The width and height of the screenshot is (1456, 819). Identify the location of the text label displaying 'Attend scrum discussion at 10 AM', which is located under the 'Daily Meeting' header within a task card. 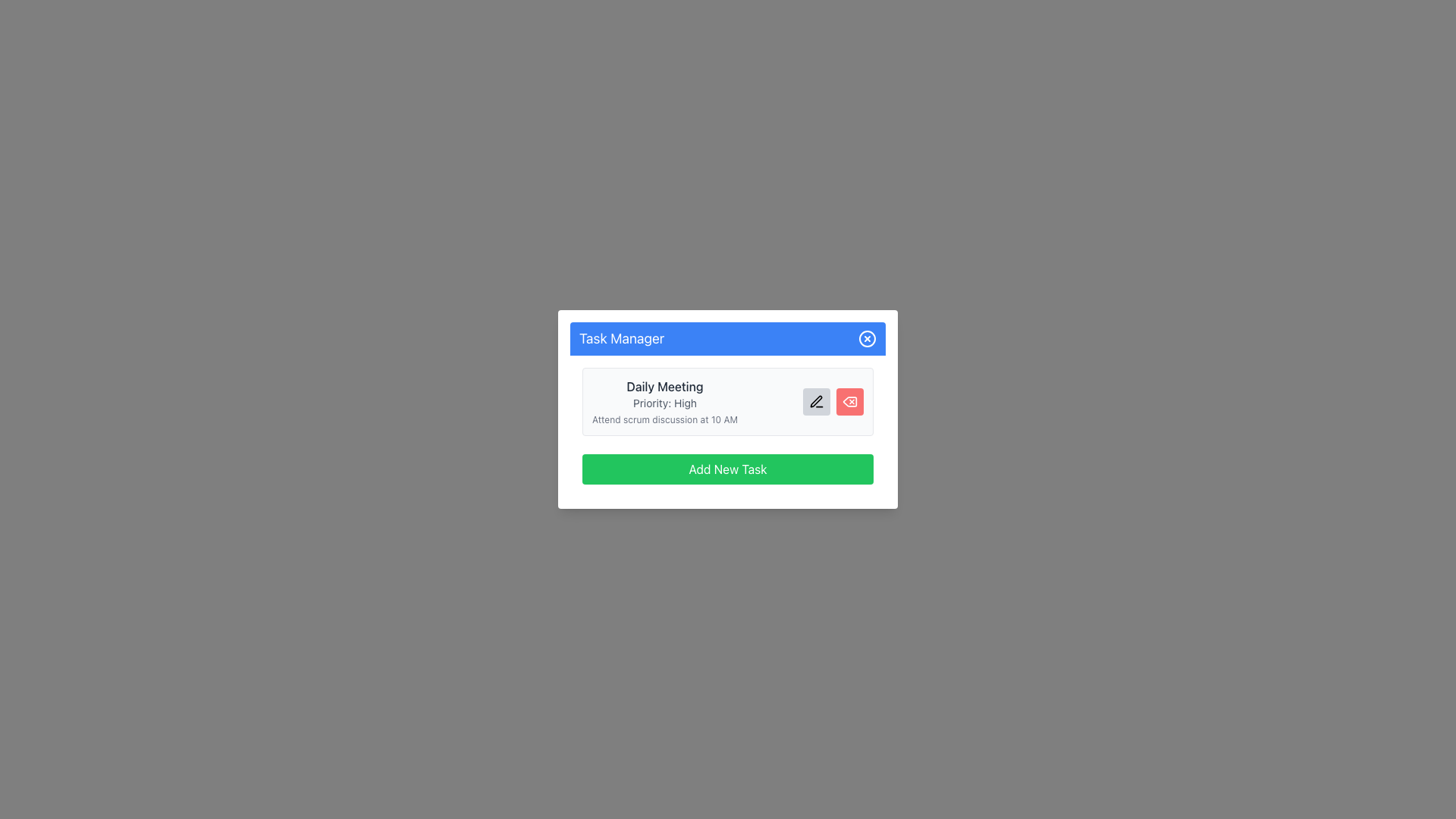
(665, 420).